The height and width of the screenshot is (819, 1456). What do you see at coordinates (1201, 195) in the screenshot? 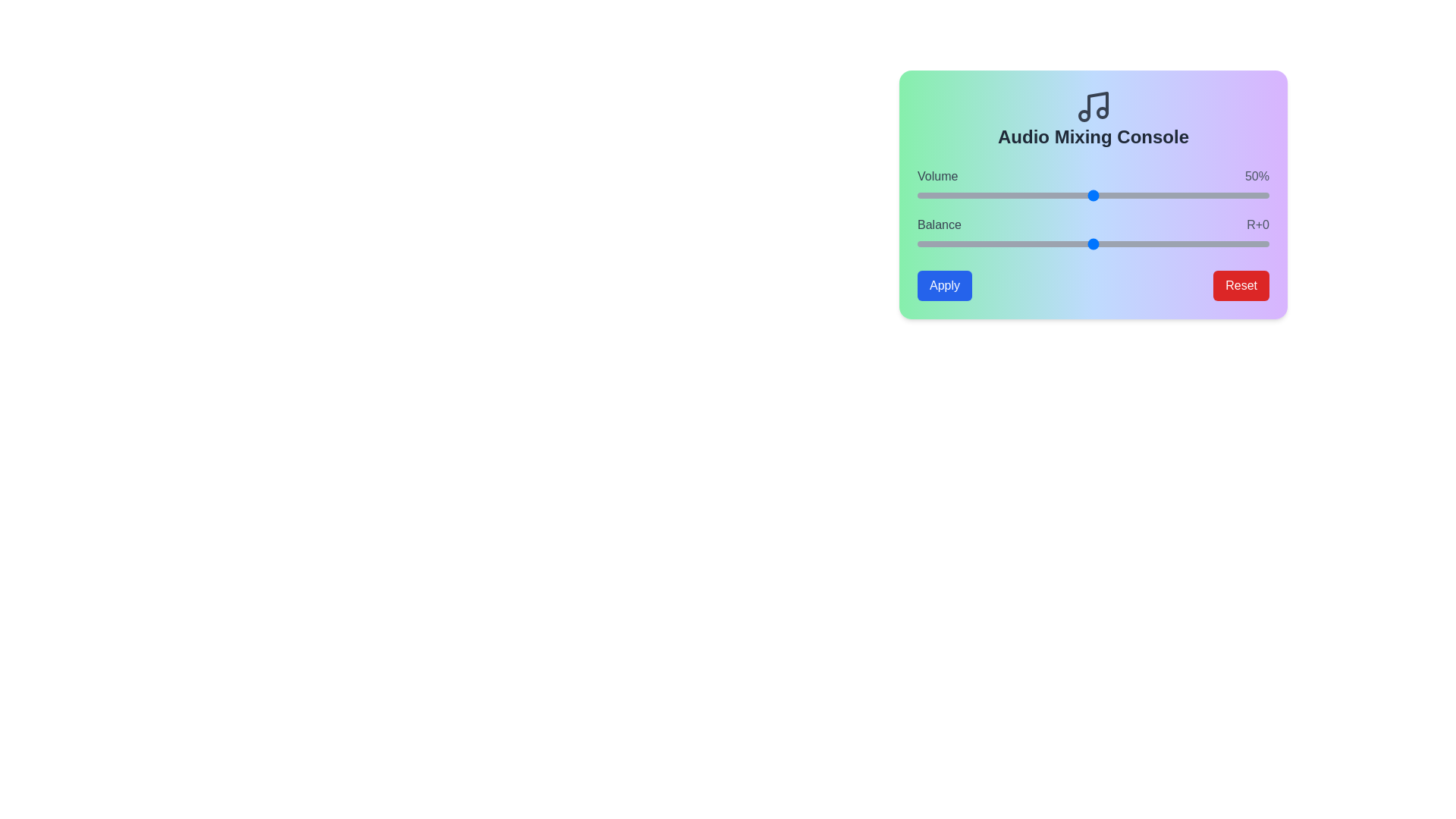
I see `the slider` at bounding box center [1201, 195].